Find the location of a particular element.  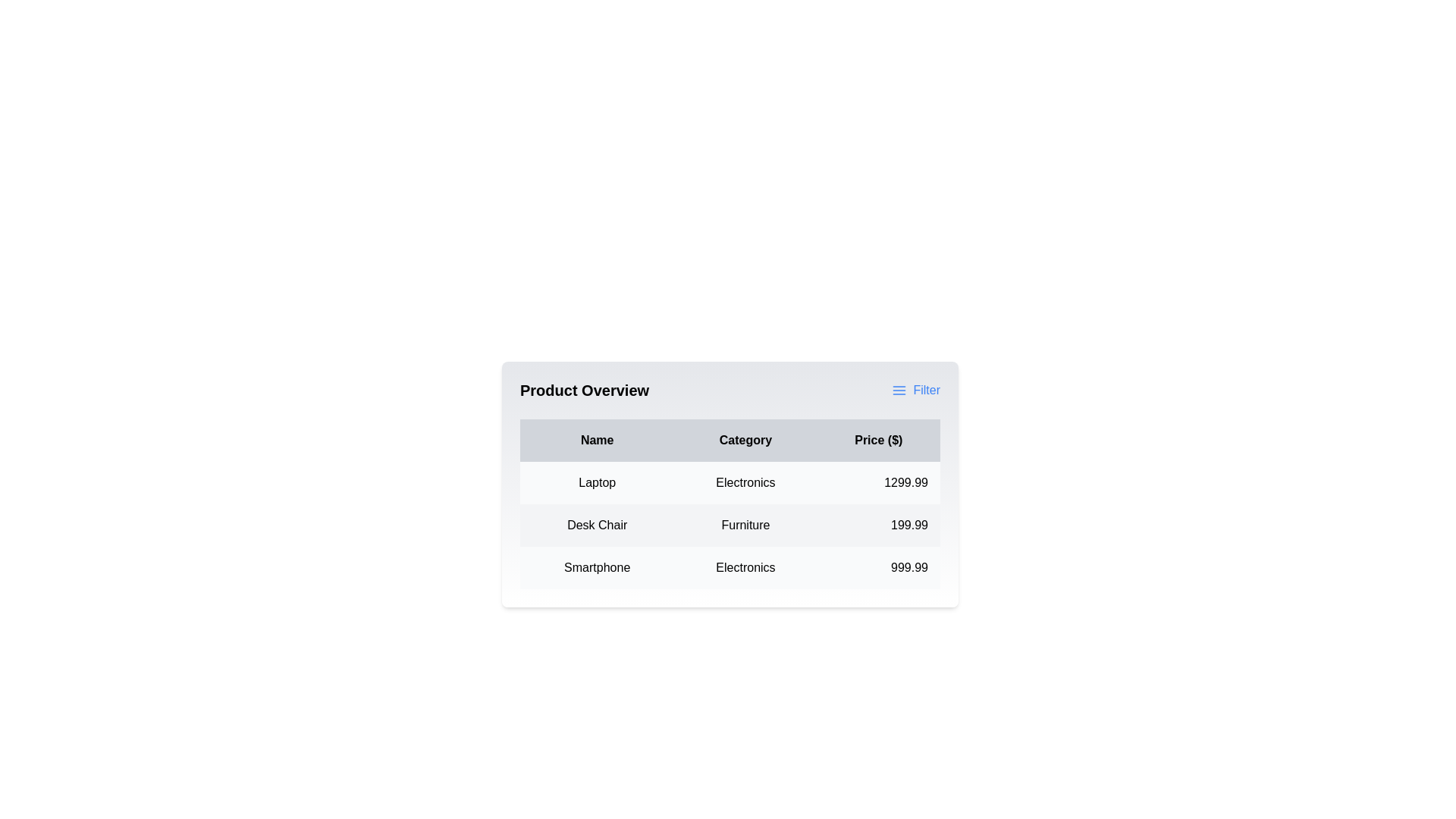

the small icon resembling three horizontal lines, located to the left of the 'Filter' label in the top-right corner of the data table interface is located at coordinates (899, 390).